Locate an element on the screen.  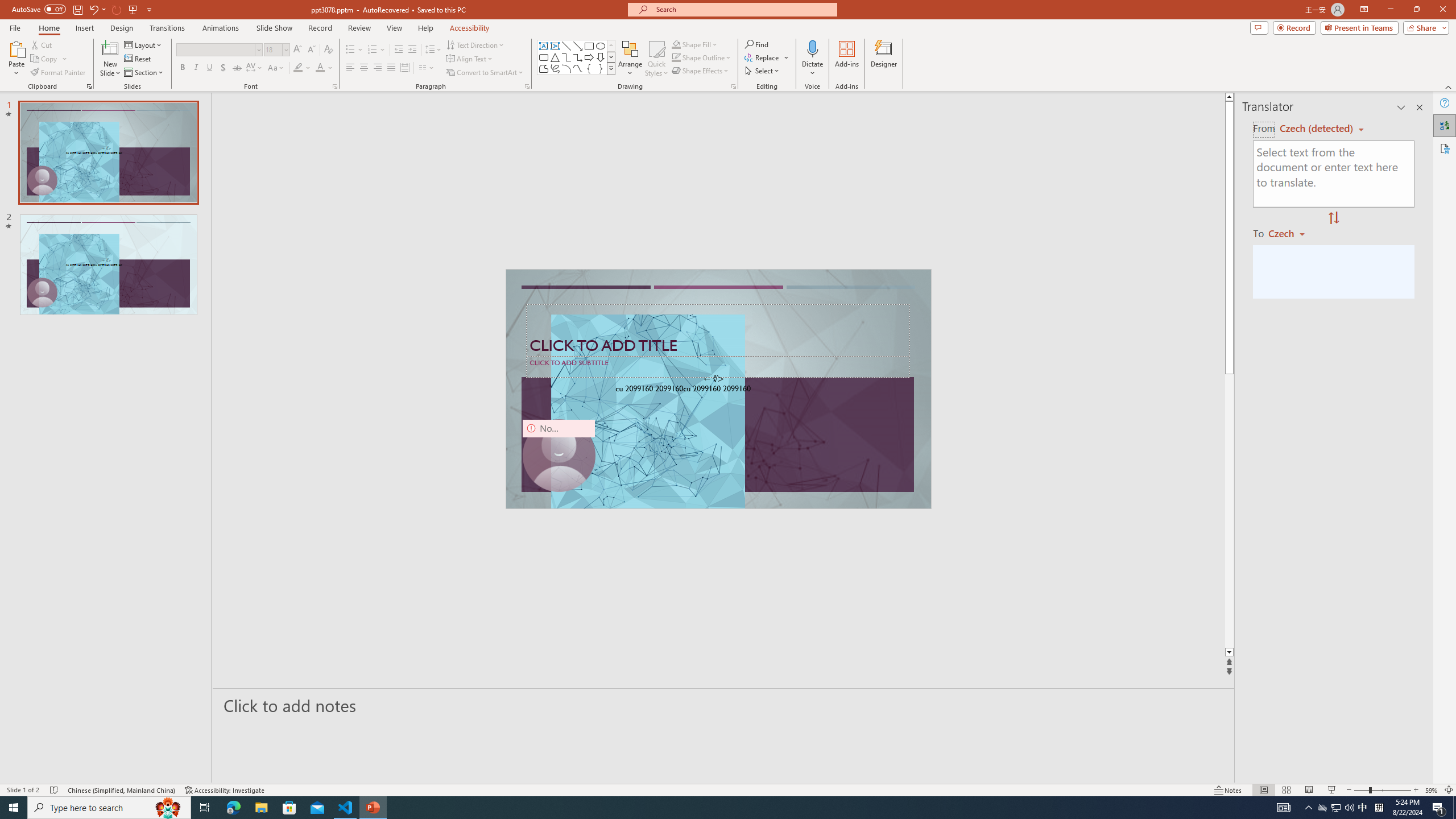
'TextBox 61' is located at coordinates (716, 390).